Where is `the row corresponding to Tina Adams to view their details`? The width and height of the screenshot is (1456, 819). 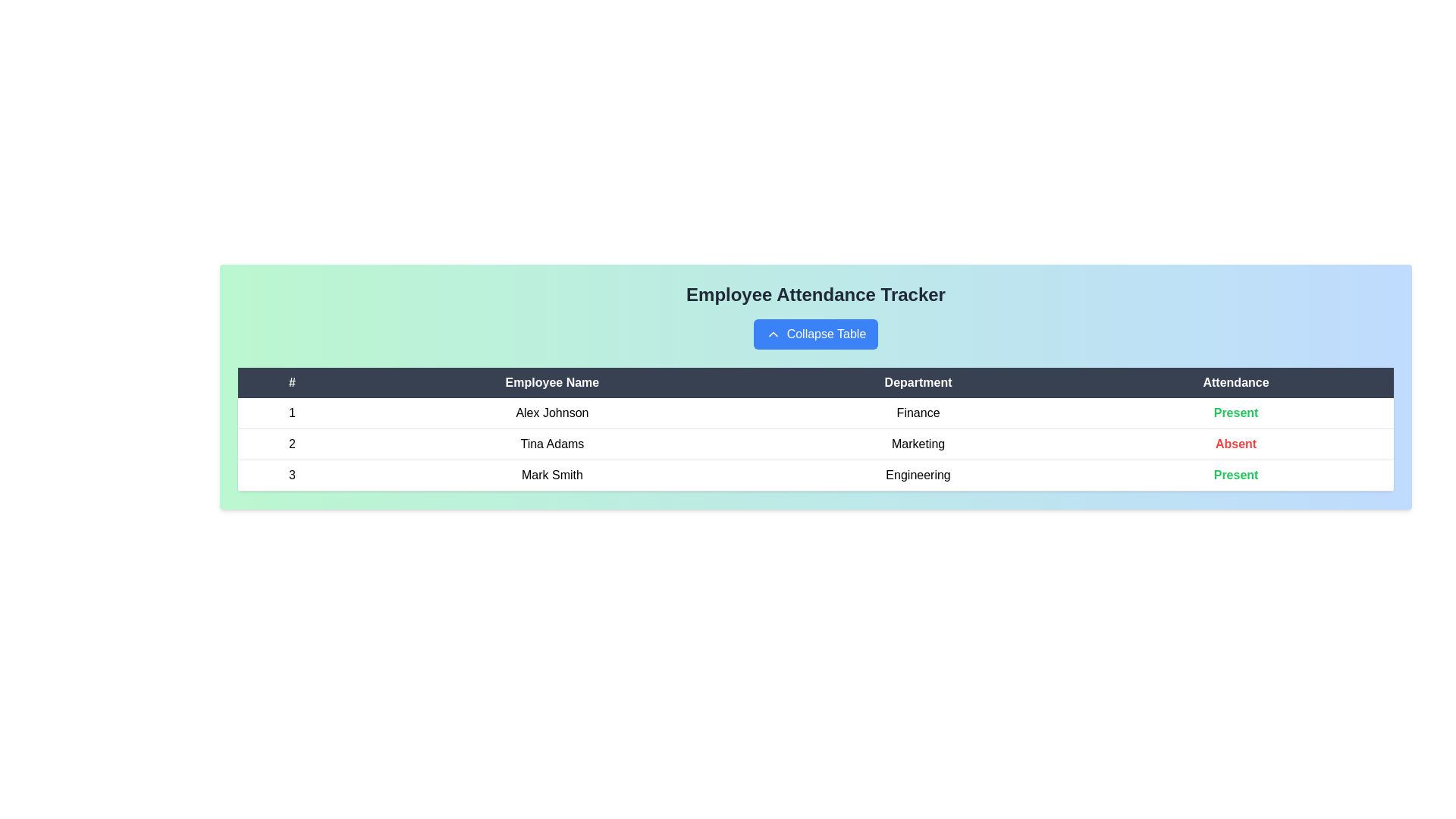 the row corresponding to Tina Adams to view their details is located at coordinates (551, 444).